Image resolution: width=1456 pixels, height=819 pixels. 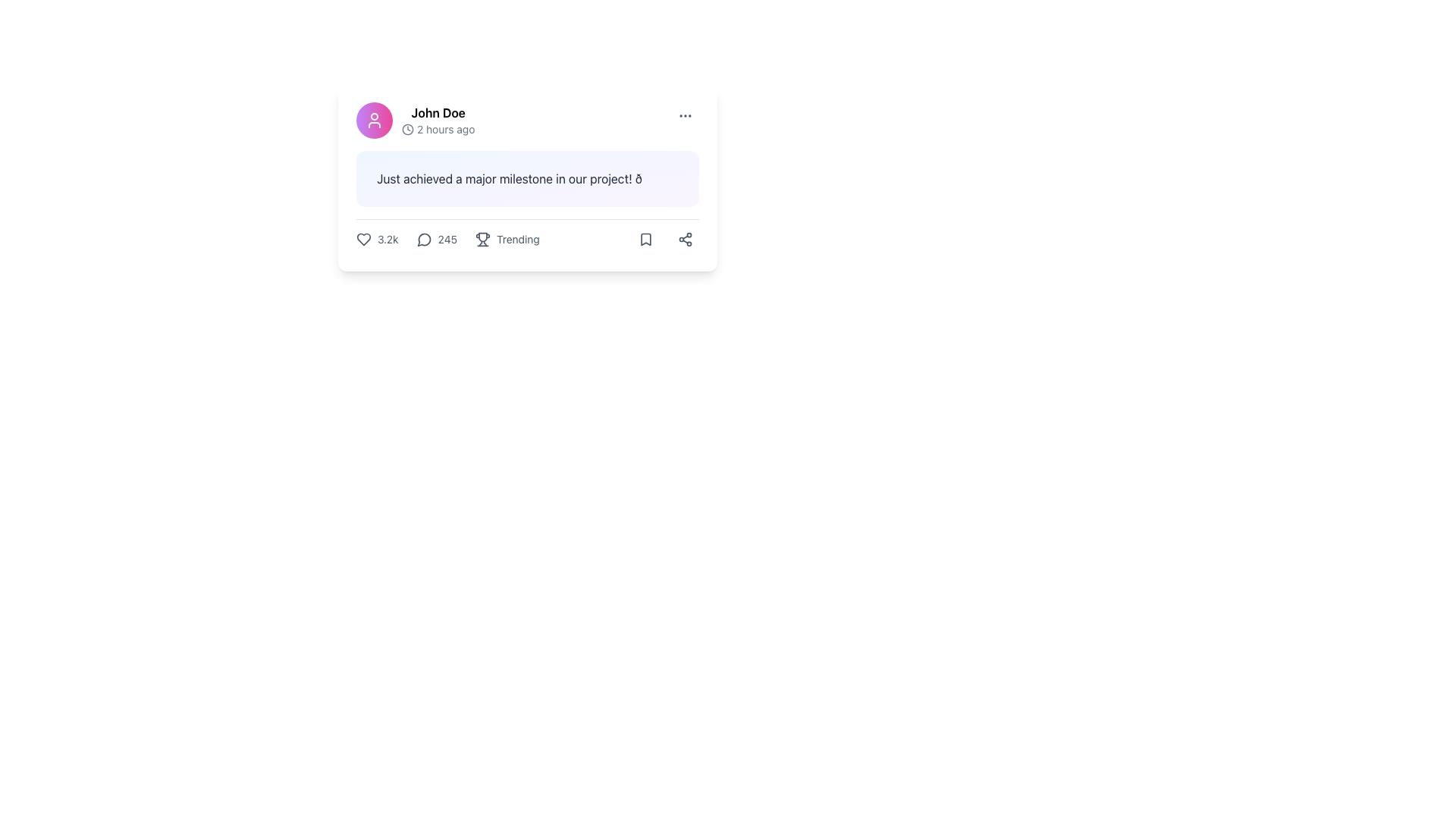 I want to click on the button with a trophy icon and the text 'Trending' to change the icon color from gray to yellow, so click(x=507, y=239).